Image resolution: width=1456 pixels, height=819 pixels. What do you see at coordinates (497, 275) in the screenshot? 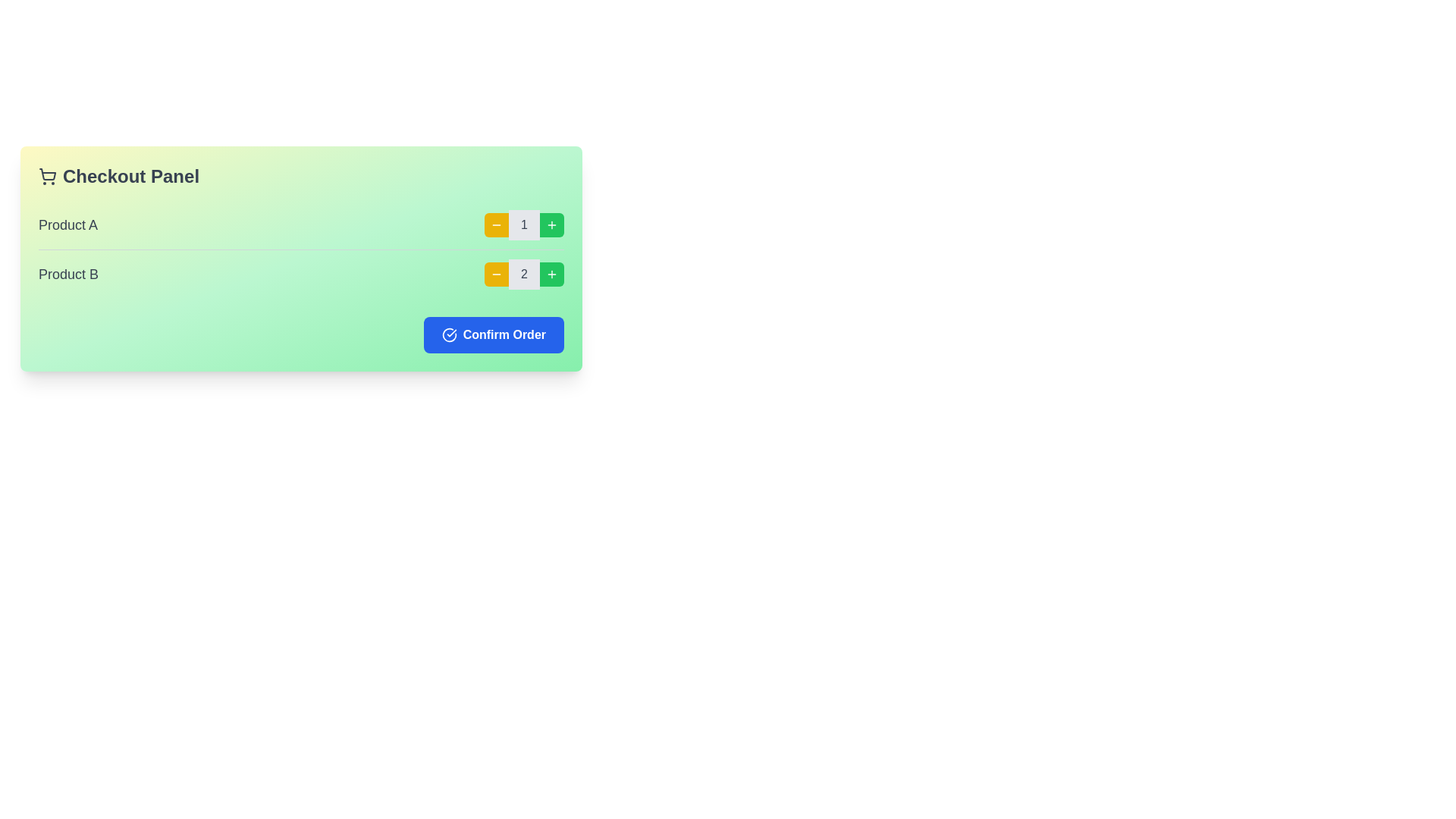
I see `the decrease quantity button located to the left of the numeric field for 'Product B'` at bounding box center [497, 275].